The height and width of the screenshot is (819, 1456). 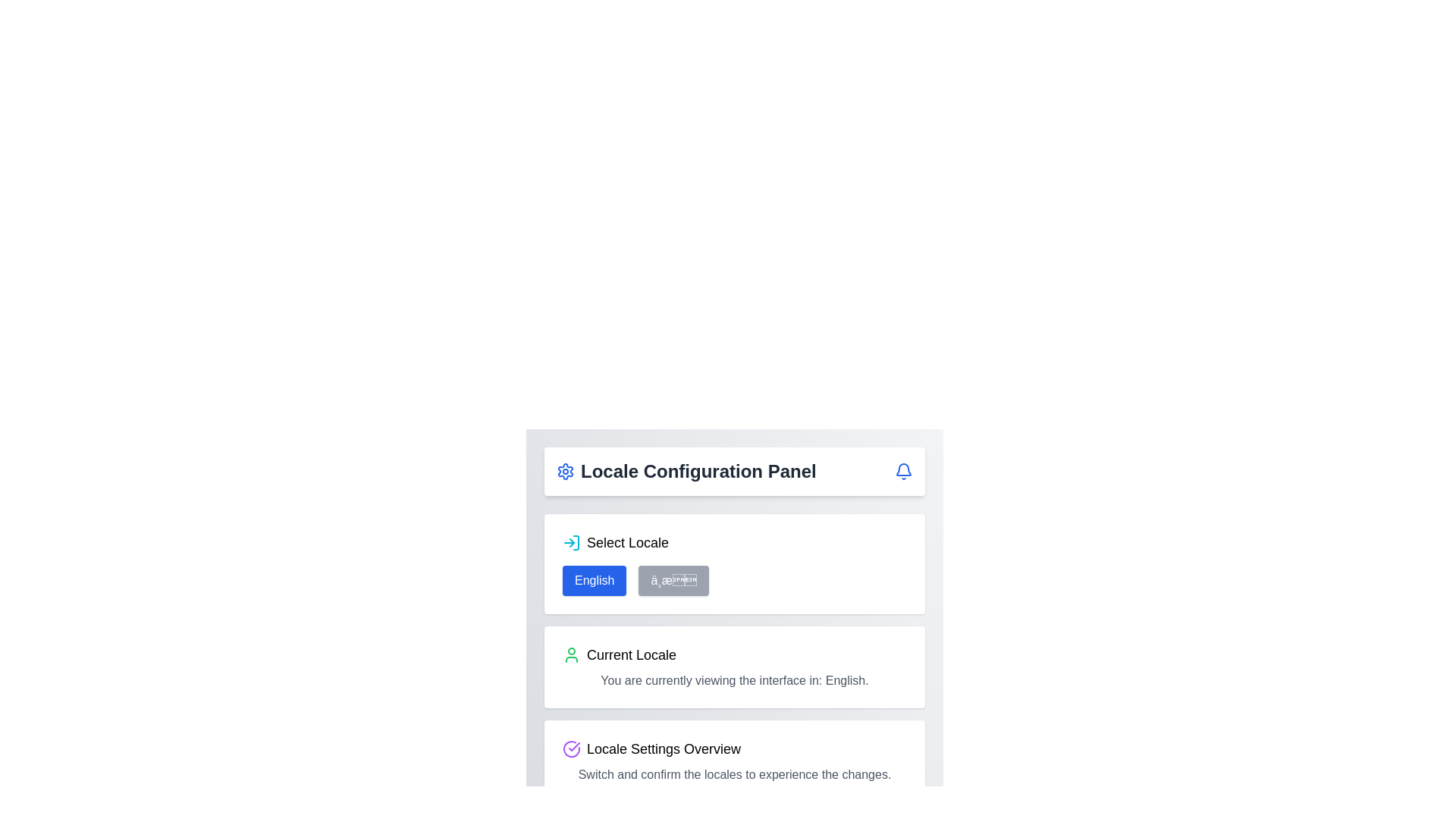 What do you see at coordinates (570, 748) in the screenshot?
I see `the outer circular arc of the 'lucide-circle-check-big' SVG icon located at the bottom-right of the Locale Configuration Panel interface` at bounding box center [570, 748].